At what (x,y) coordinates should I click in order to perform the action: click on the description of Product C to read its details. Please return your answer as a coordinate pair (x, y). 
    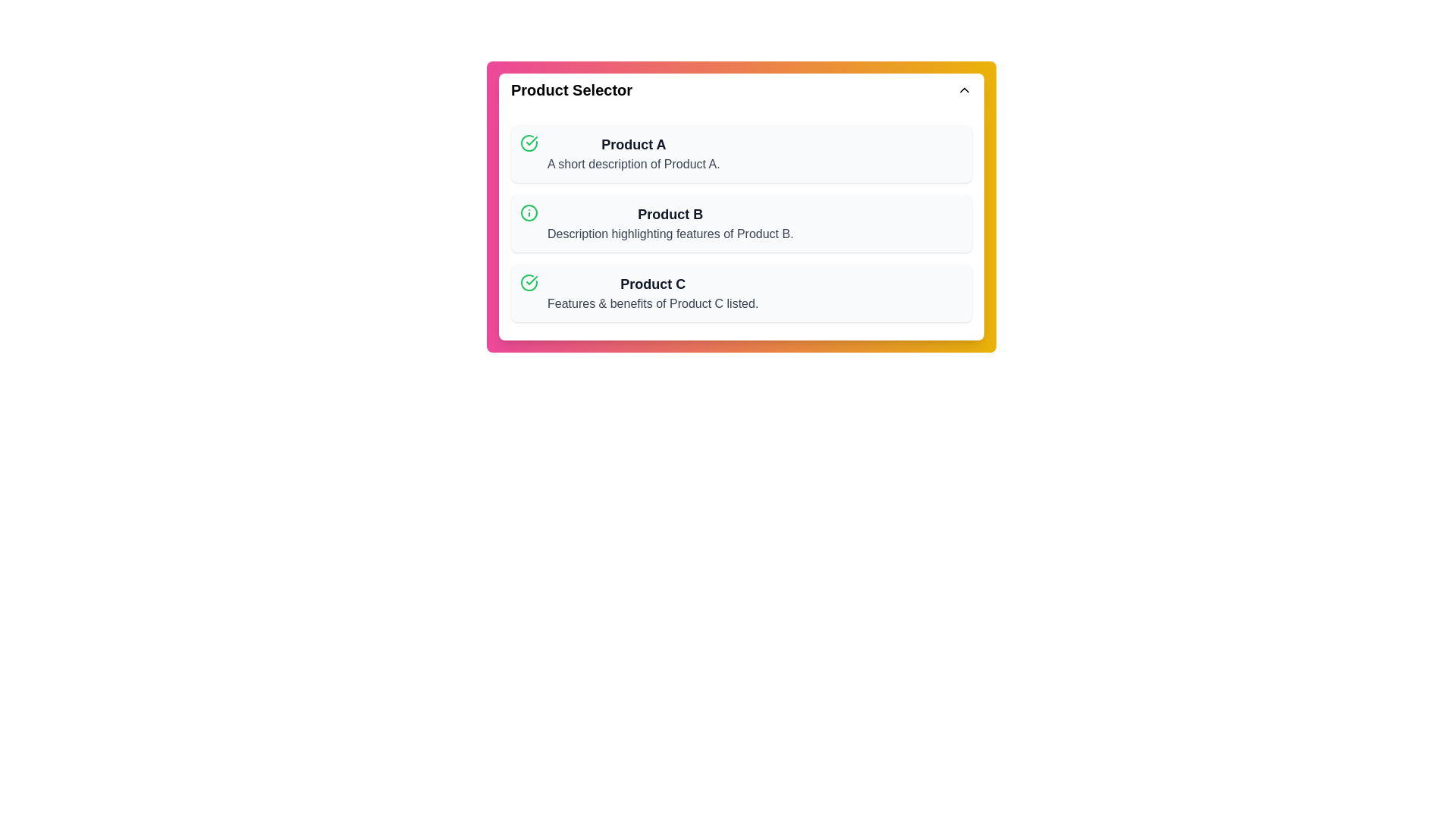
    Looking at the image, I should click on (652, 293).